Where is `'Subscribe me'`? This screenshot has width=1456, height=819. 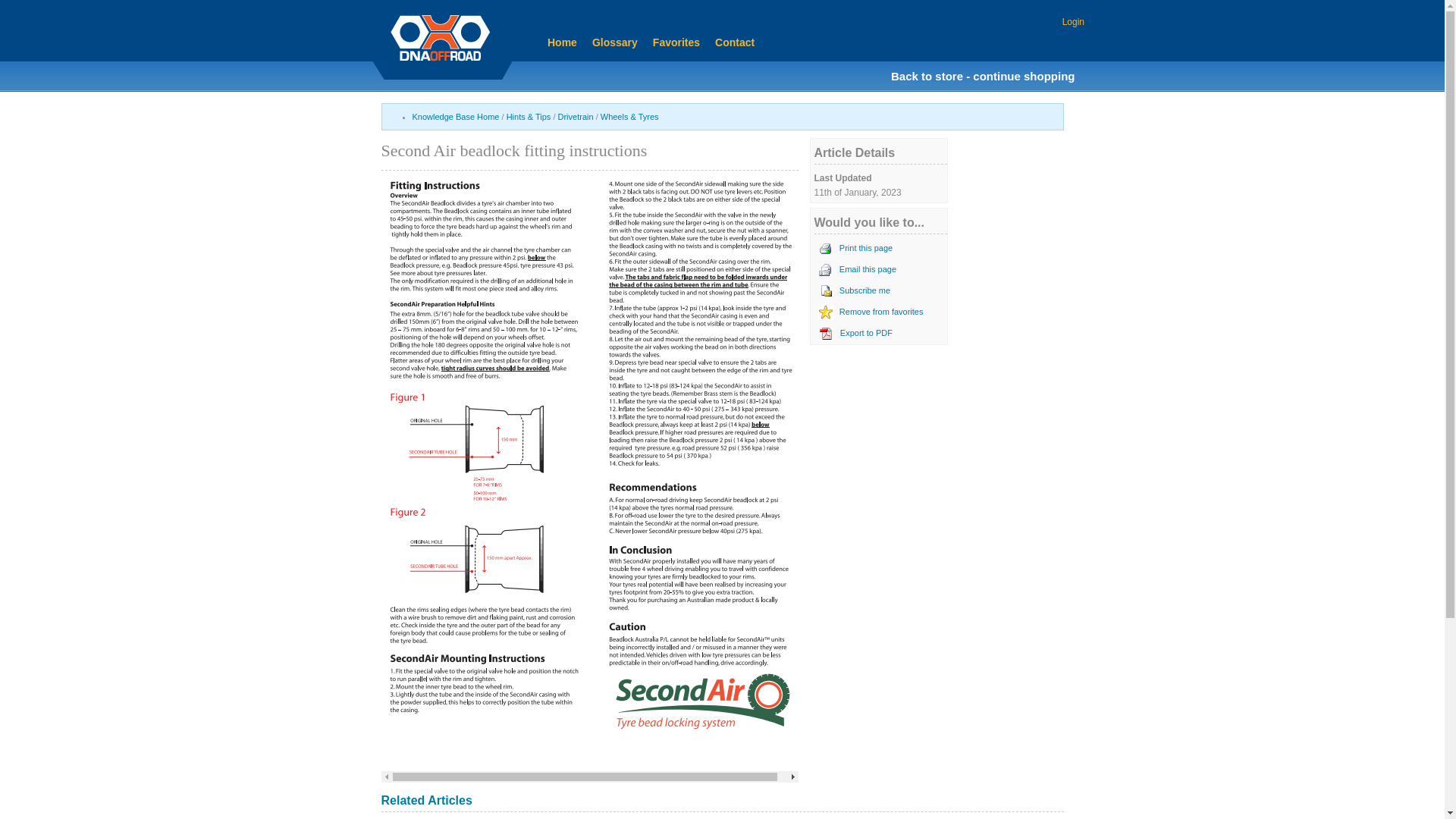 'Subscribe me' is located at coordinates (864, 290).